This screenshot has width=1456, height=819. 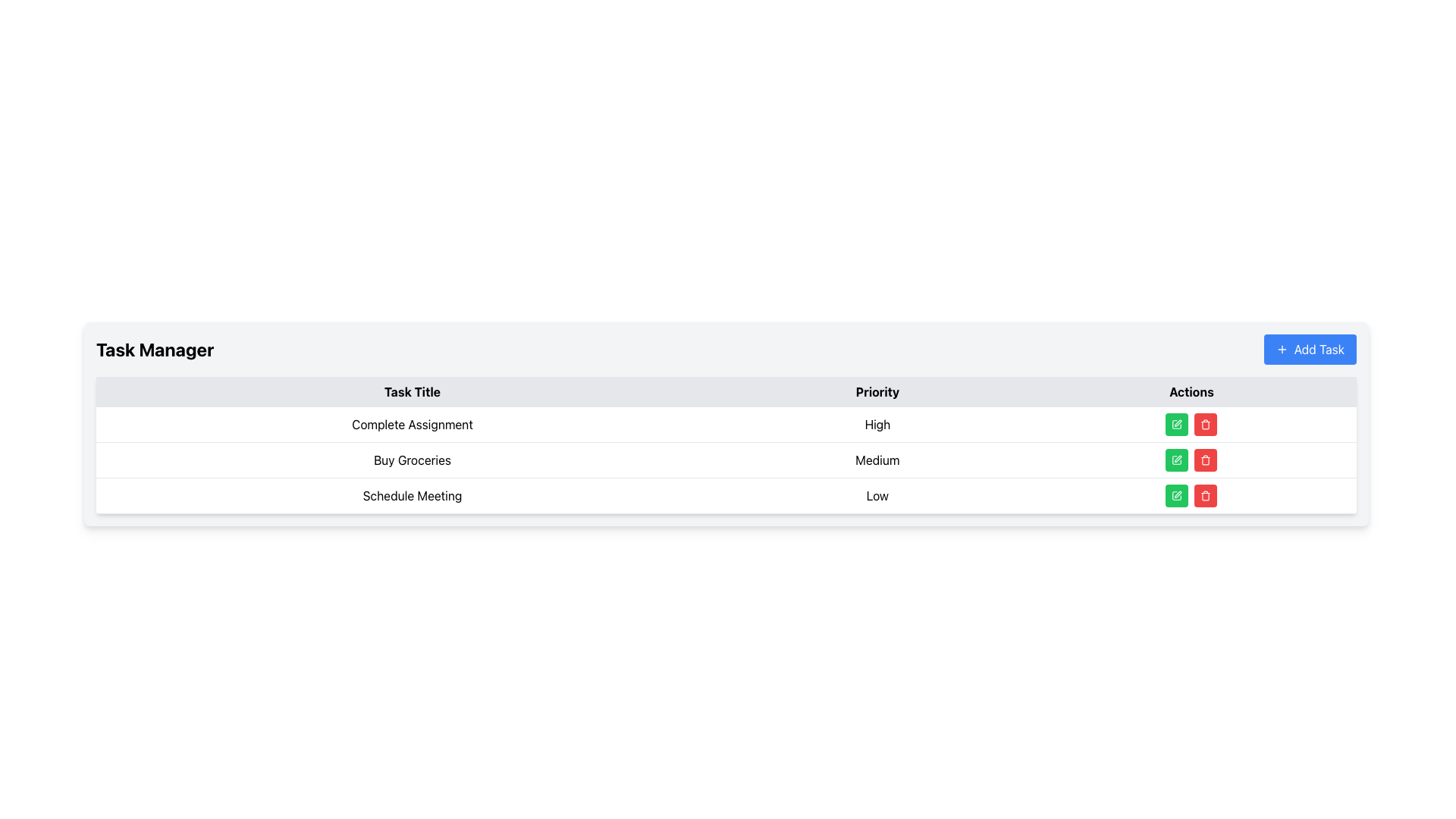 What do you see at coordinates (1205, 459) in the screenshot?
I see `the red rectangular button with rounded corners featuring a white trash can icon located at the right side of the 'Actions' column in the third row of the table interface` at bounding box center [1205, 459].